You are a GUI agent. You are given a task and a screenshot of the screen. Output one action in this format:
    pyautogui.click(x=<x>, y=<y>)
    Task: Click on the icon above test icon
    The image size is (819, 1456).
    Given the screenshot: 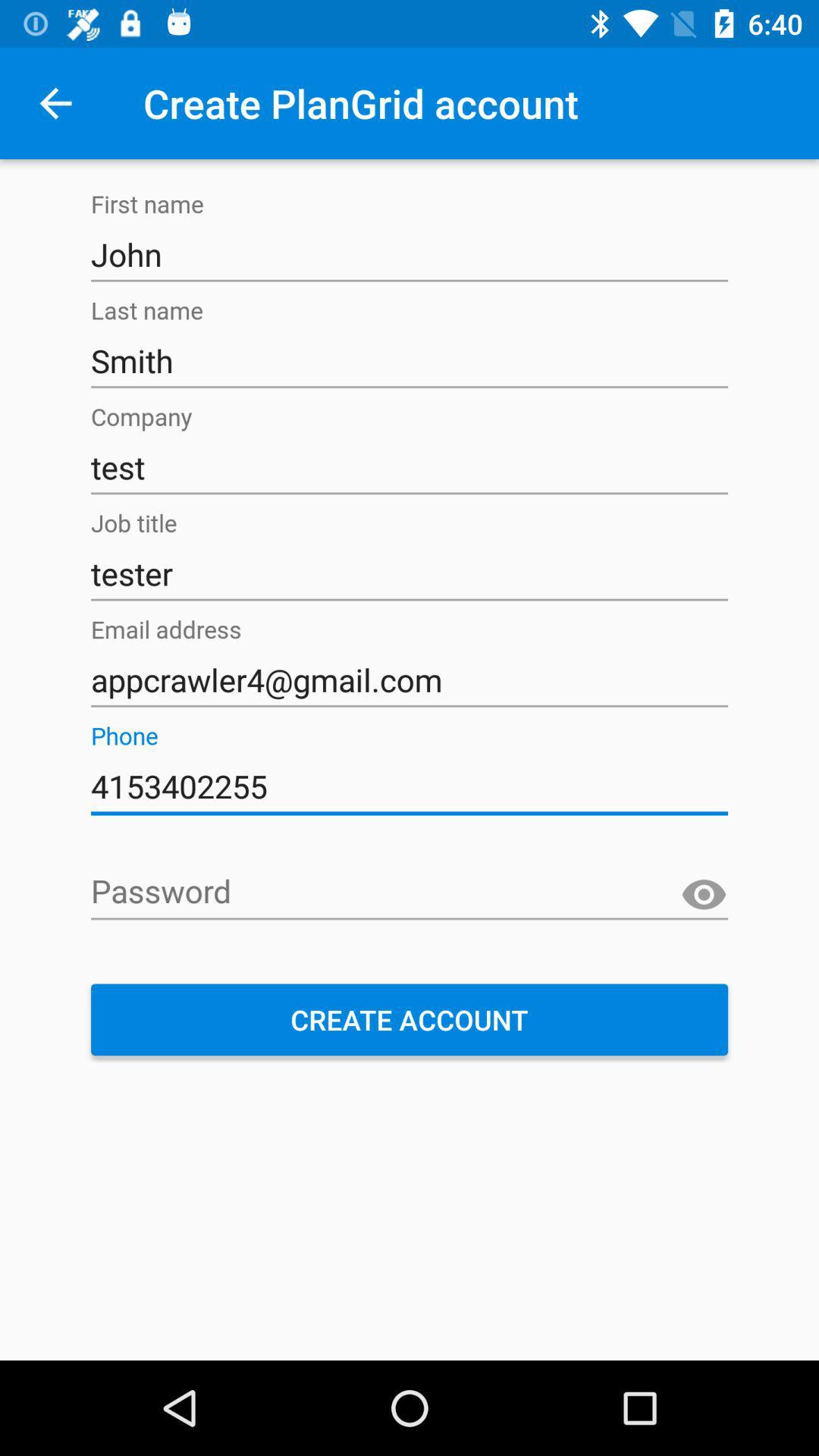 What is the action you would take?
    pyautogui.click(x=409, y=360)
    